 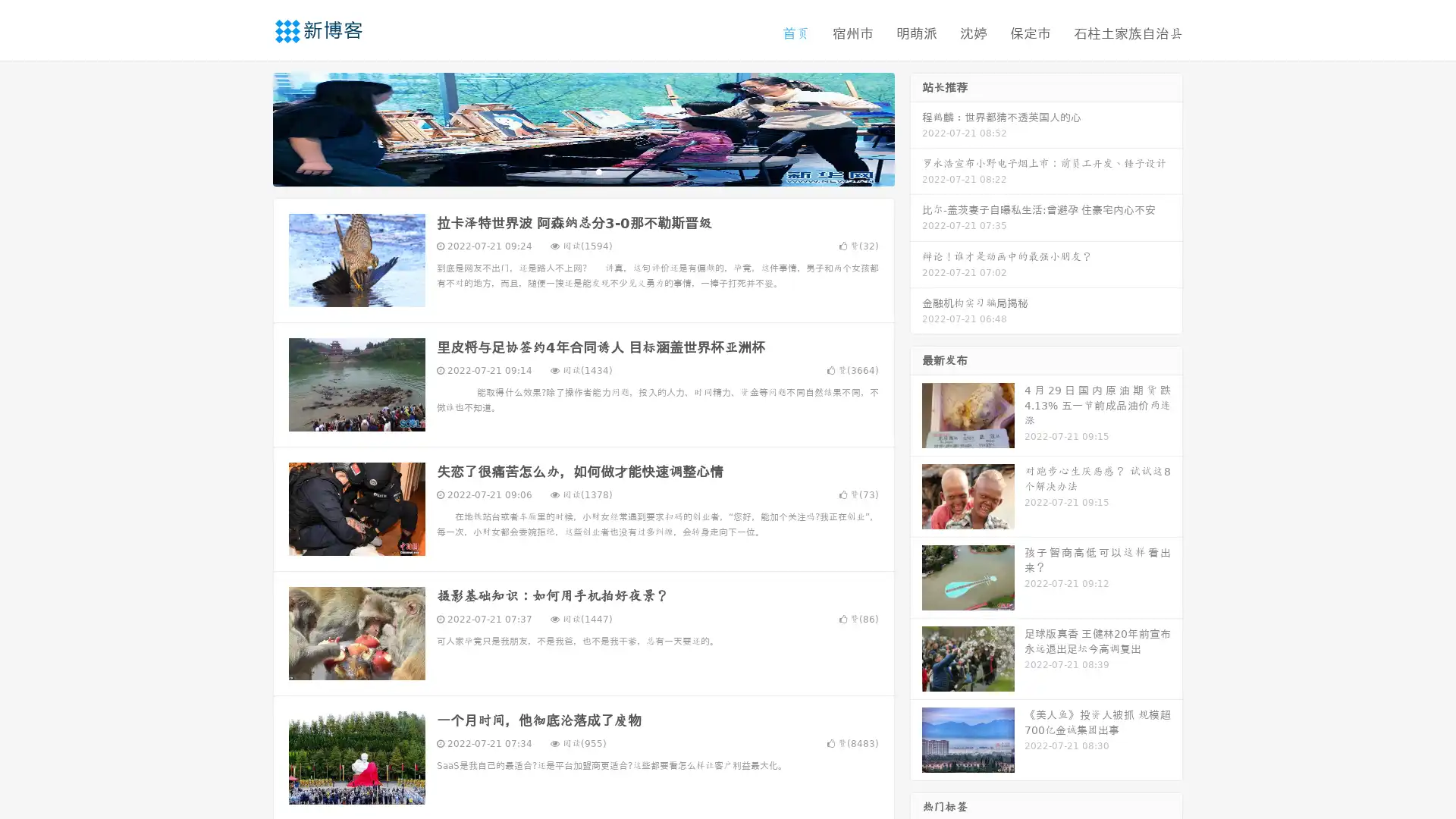 What do you see at coordinates (598, 171) in the screenshot?
I see `Go to slide 3` at bounding box center [598, 171].